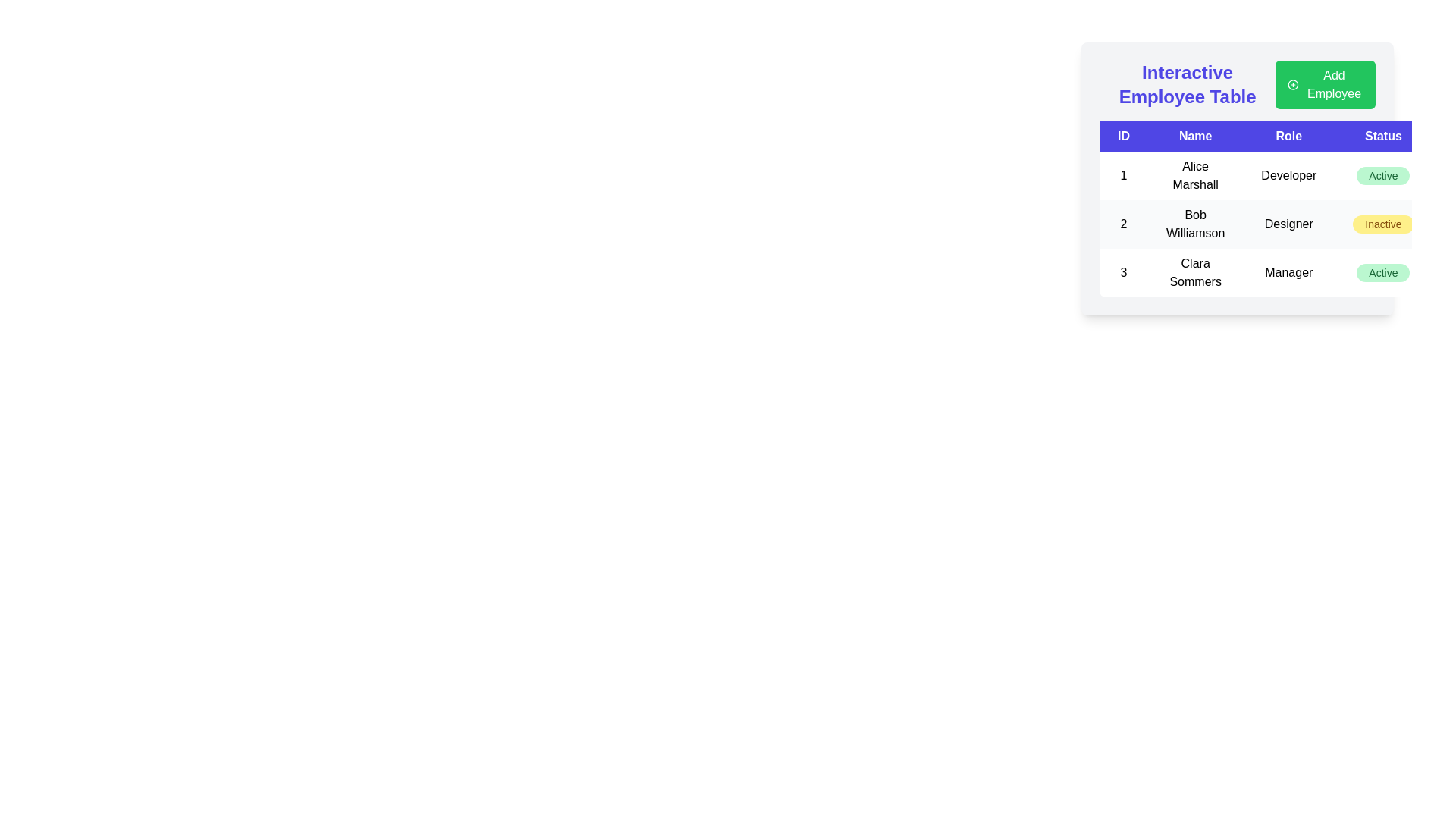  Describe the element at coordinates (1383, 174) in the screenshot. I see `the green oval-shaped badge labeled 'Active' in the Status column of the table, located in the top-right section aligned with 'Alice Marshall' and 'Developer'` at that location.